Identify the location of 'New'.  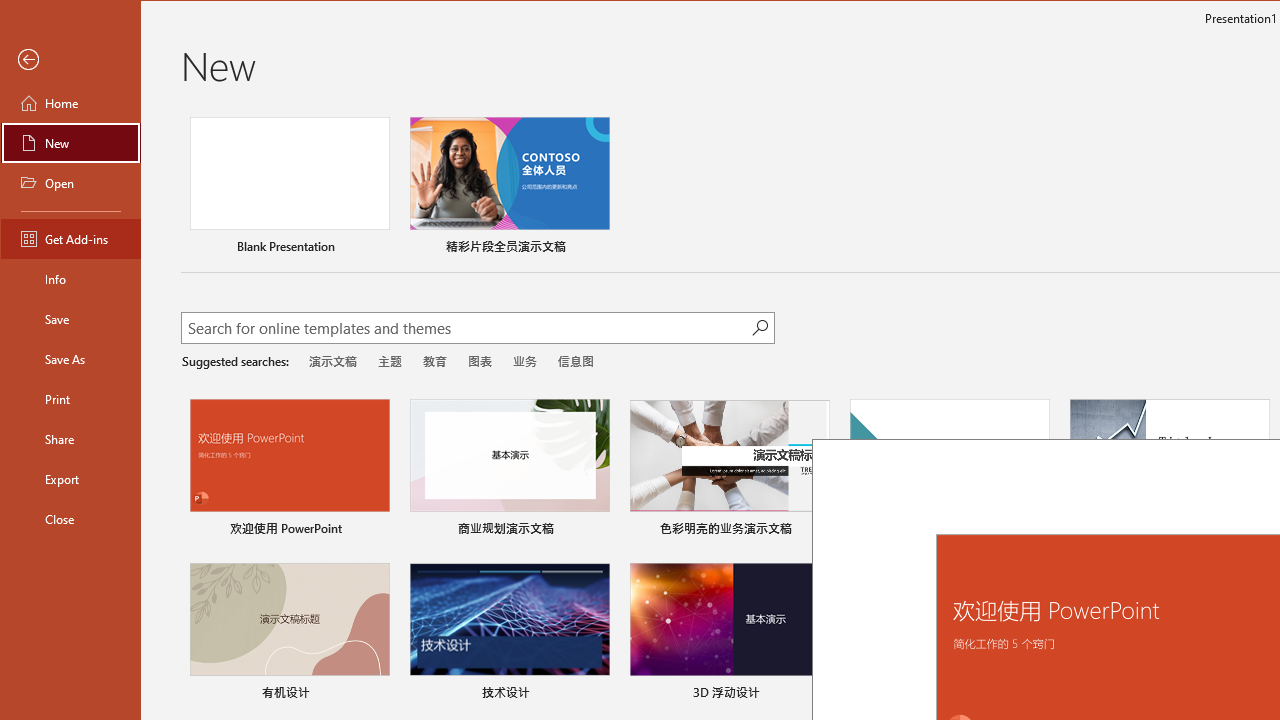
(71, 141).